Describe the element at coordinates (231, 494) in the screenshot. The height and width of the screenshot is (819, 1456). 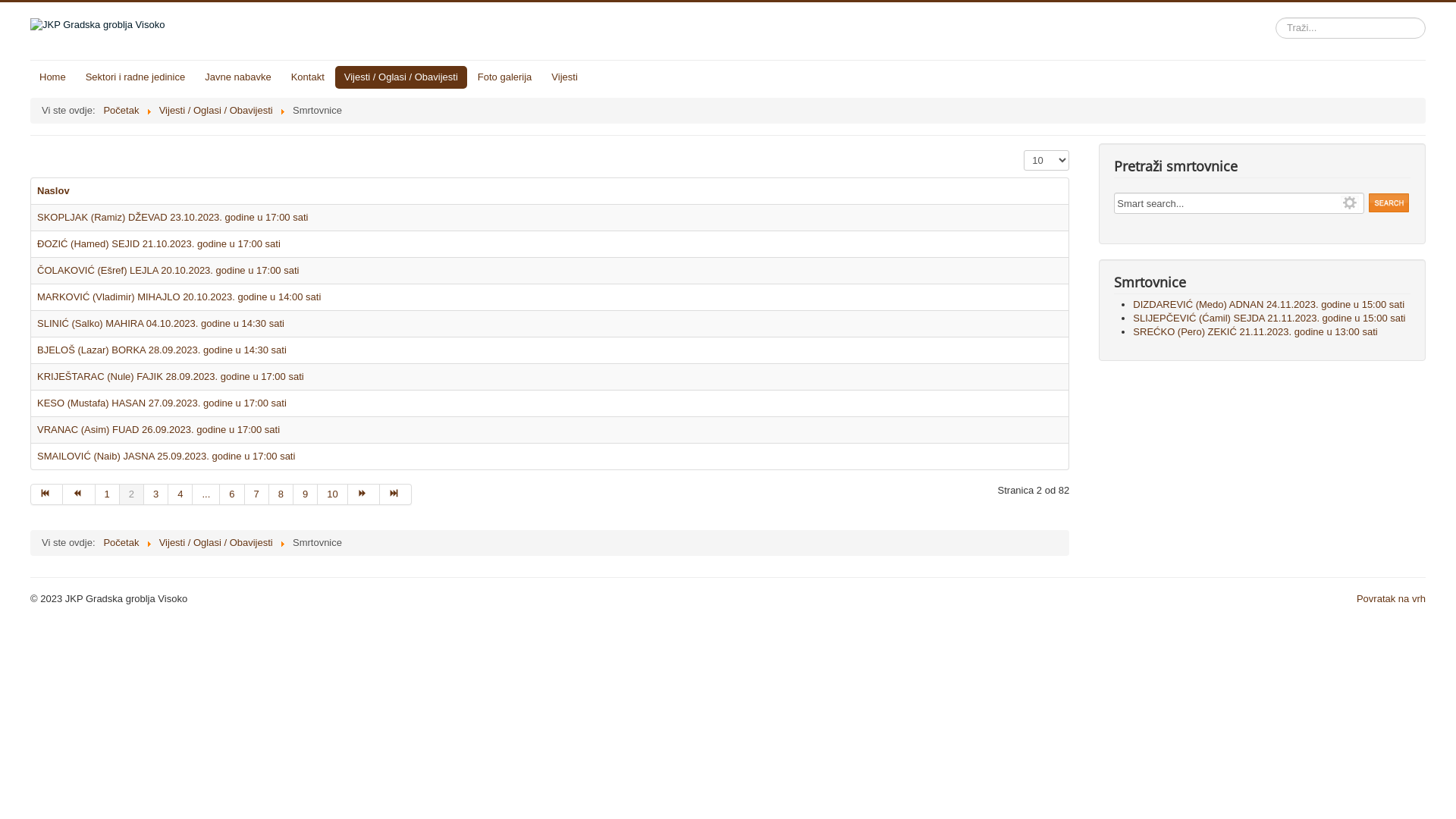
I see `'6'` at that location.